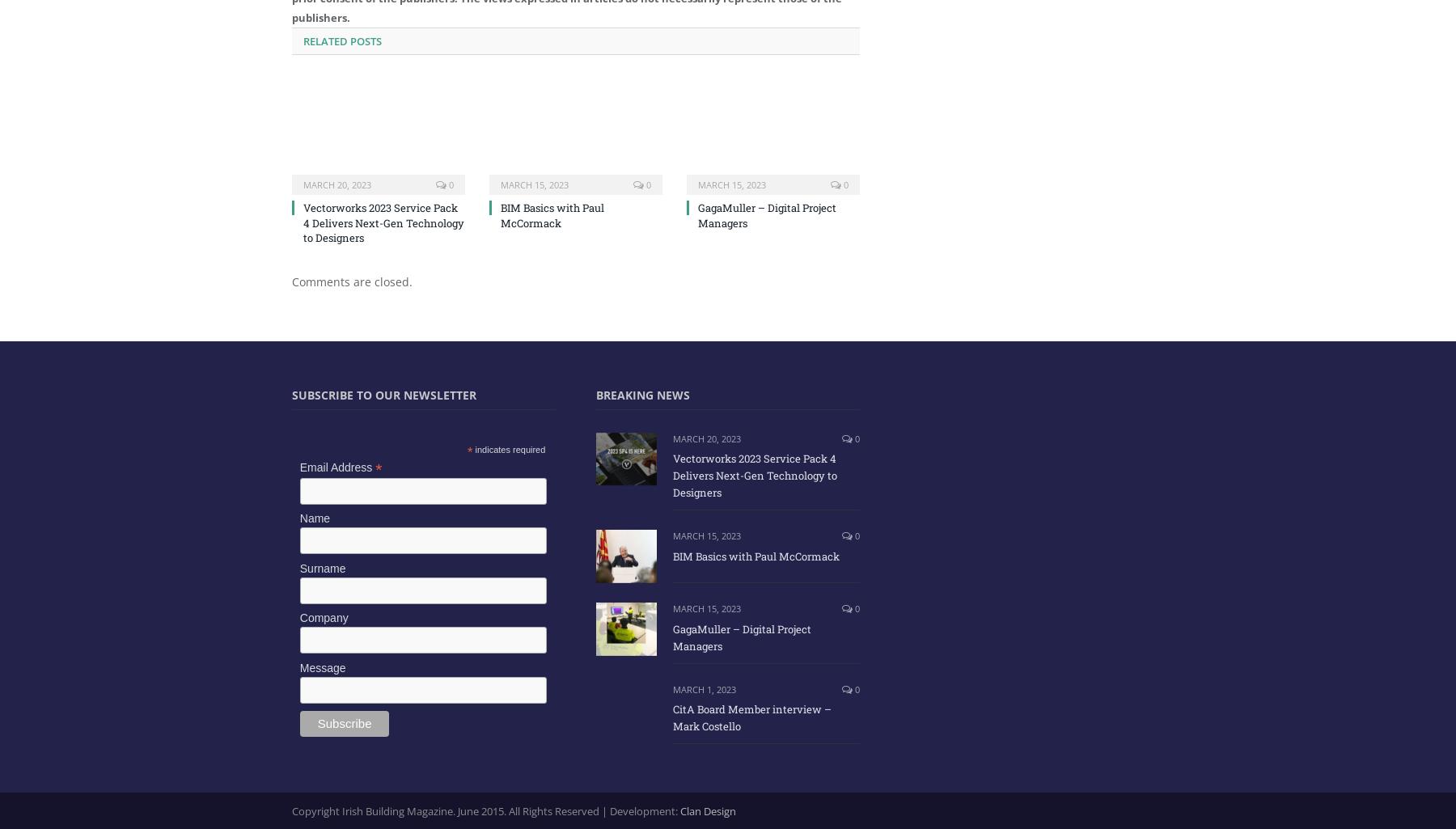 The width and height of the screenshot is (1456, 829). Describe the element at coordinates (364, 40) in the screenshot. I see `'Posts'` at that location.